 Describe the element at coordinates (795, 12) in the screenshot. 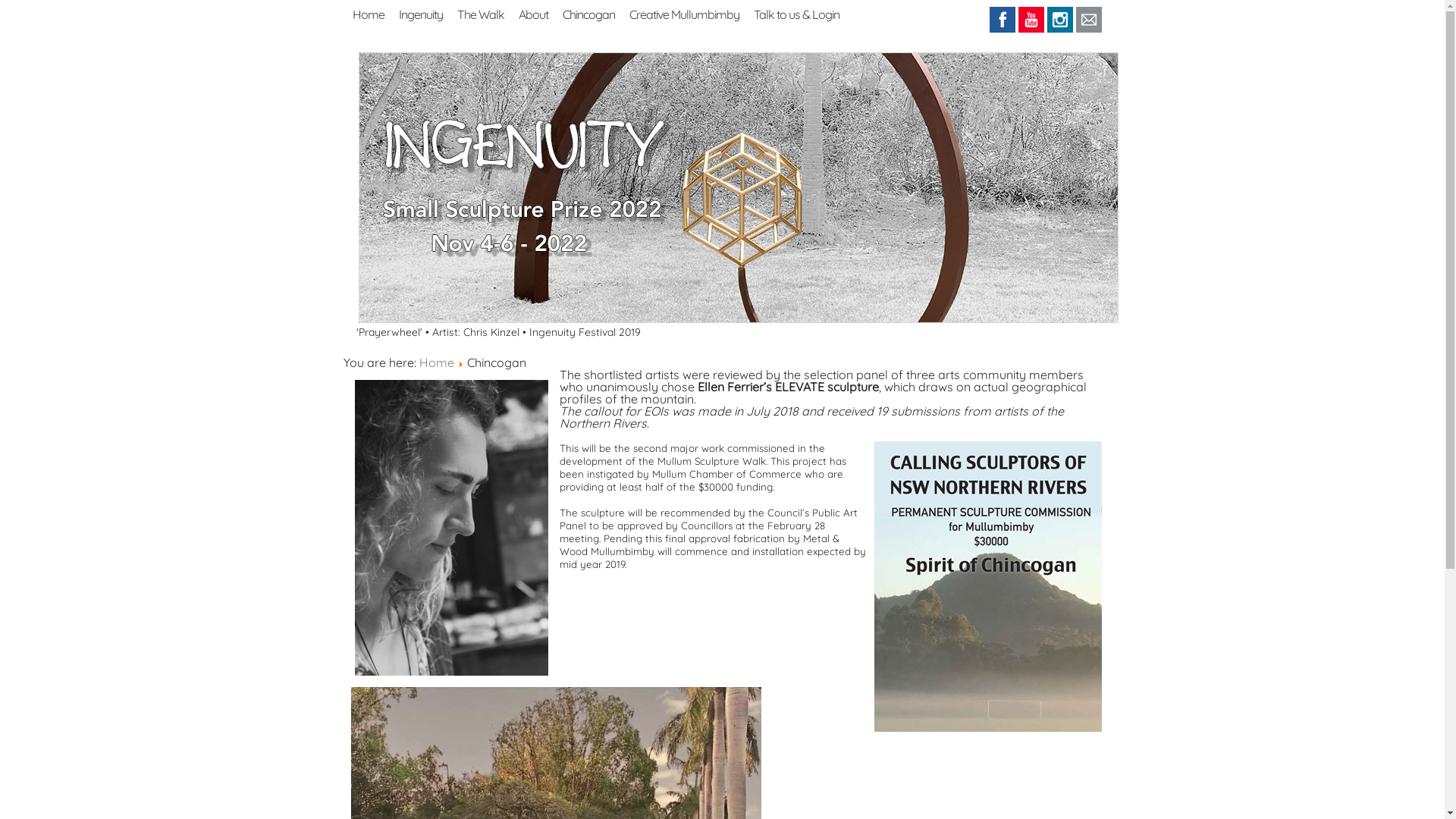

I see `'Talk to us & Login'` at that location.